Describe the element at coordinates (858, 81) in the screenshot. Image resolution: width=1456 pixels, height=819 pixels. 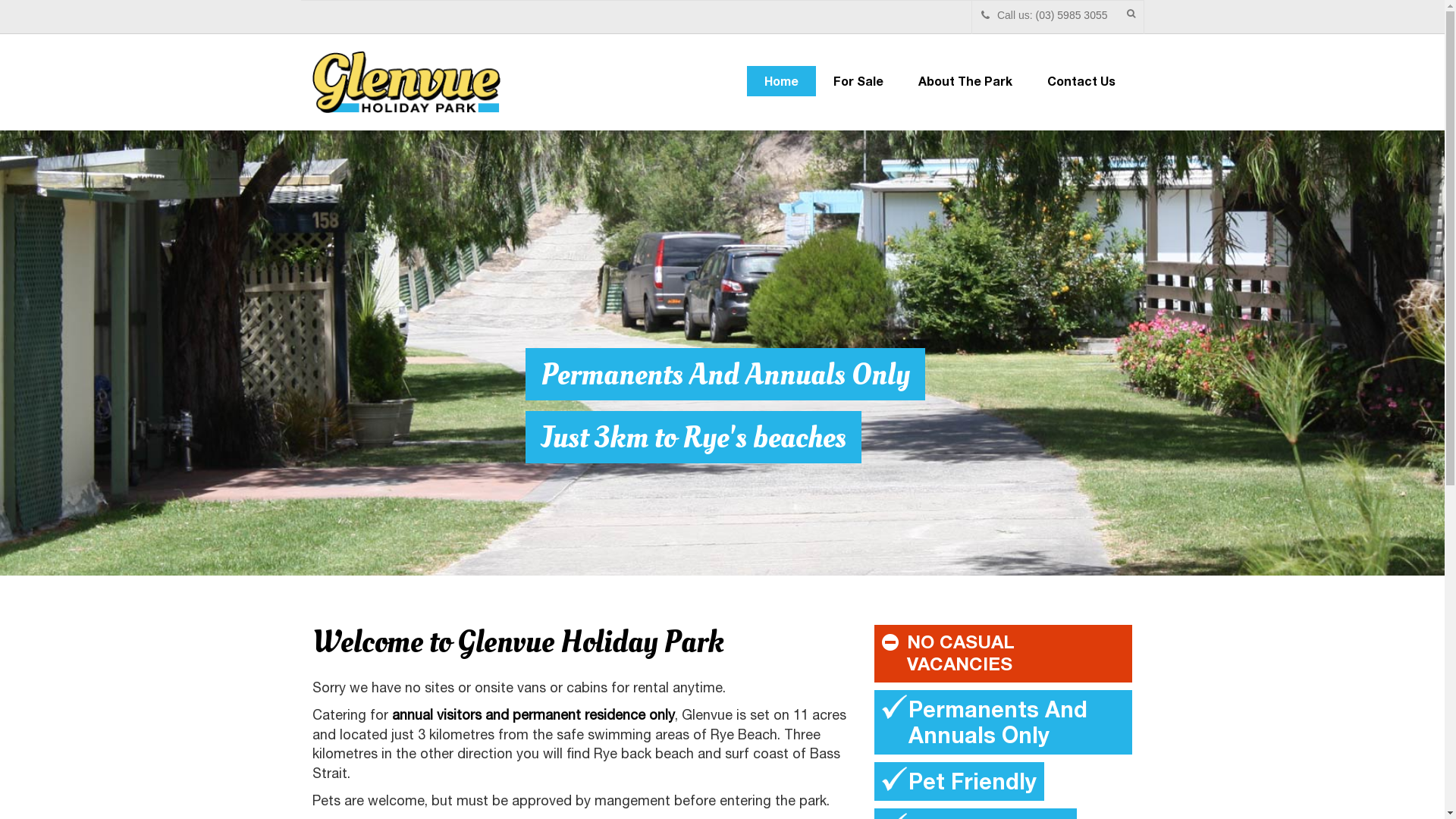
I see `'For Sale'` at that location.